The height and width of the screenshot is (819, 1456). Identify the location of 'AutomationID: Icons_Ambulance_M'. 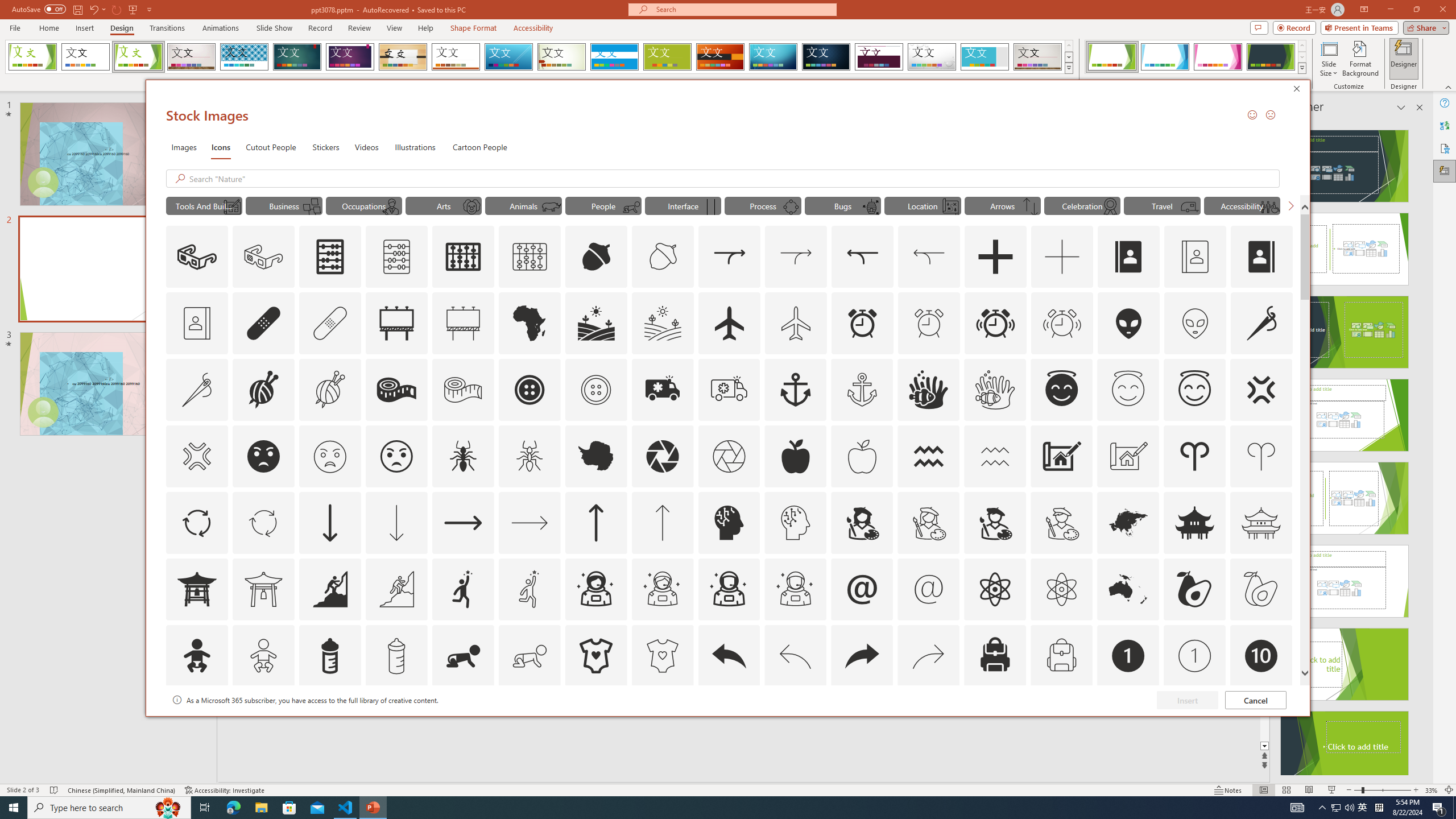
(729, 390).